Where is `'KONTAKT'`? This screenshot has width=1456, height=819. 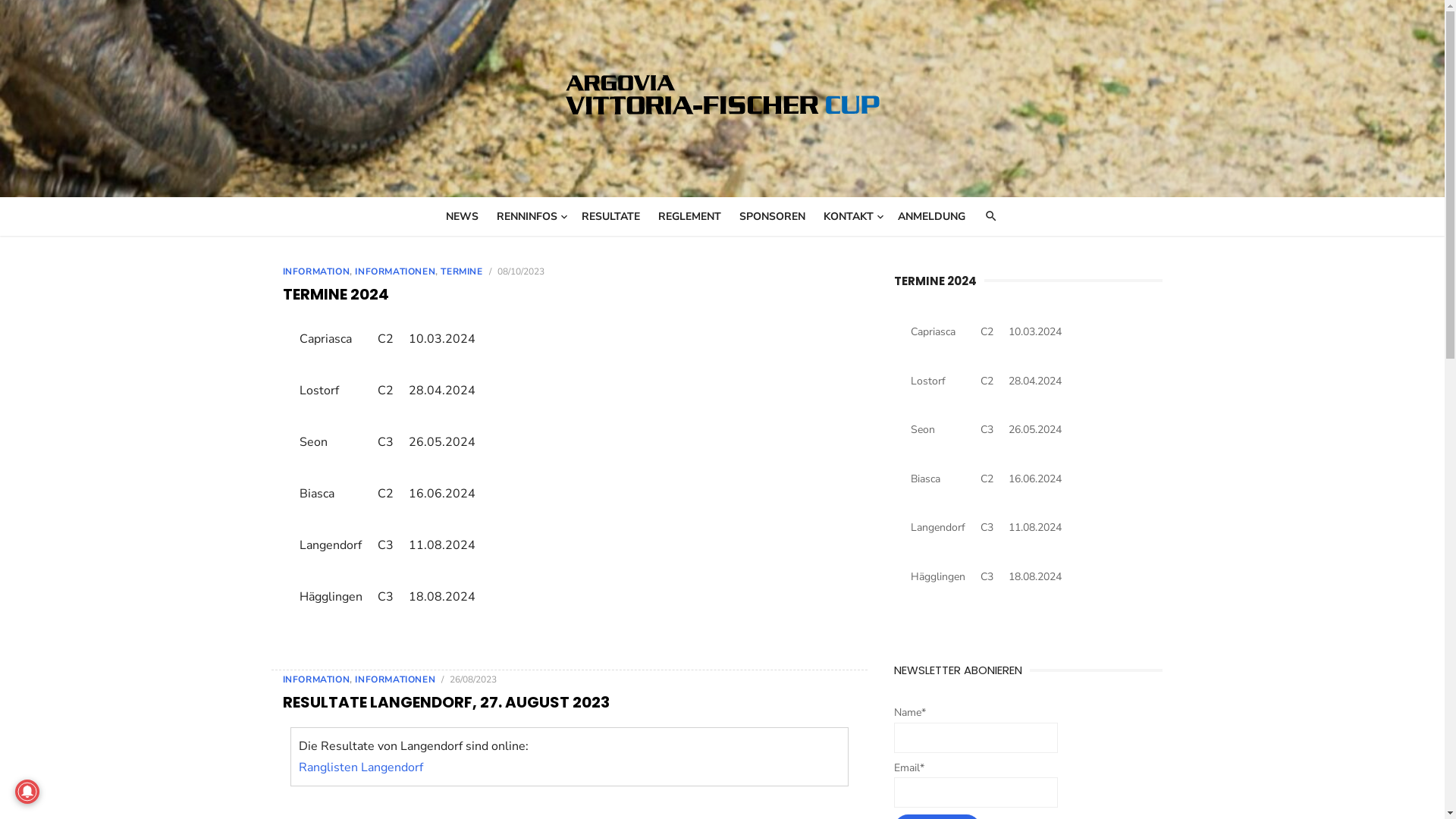
'KONTAKT' is located at coordinates (852, 216).